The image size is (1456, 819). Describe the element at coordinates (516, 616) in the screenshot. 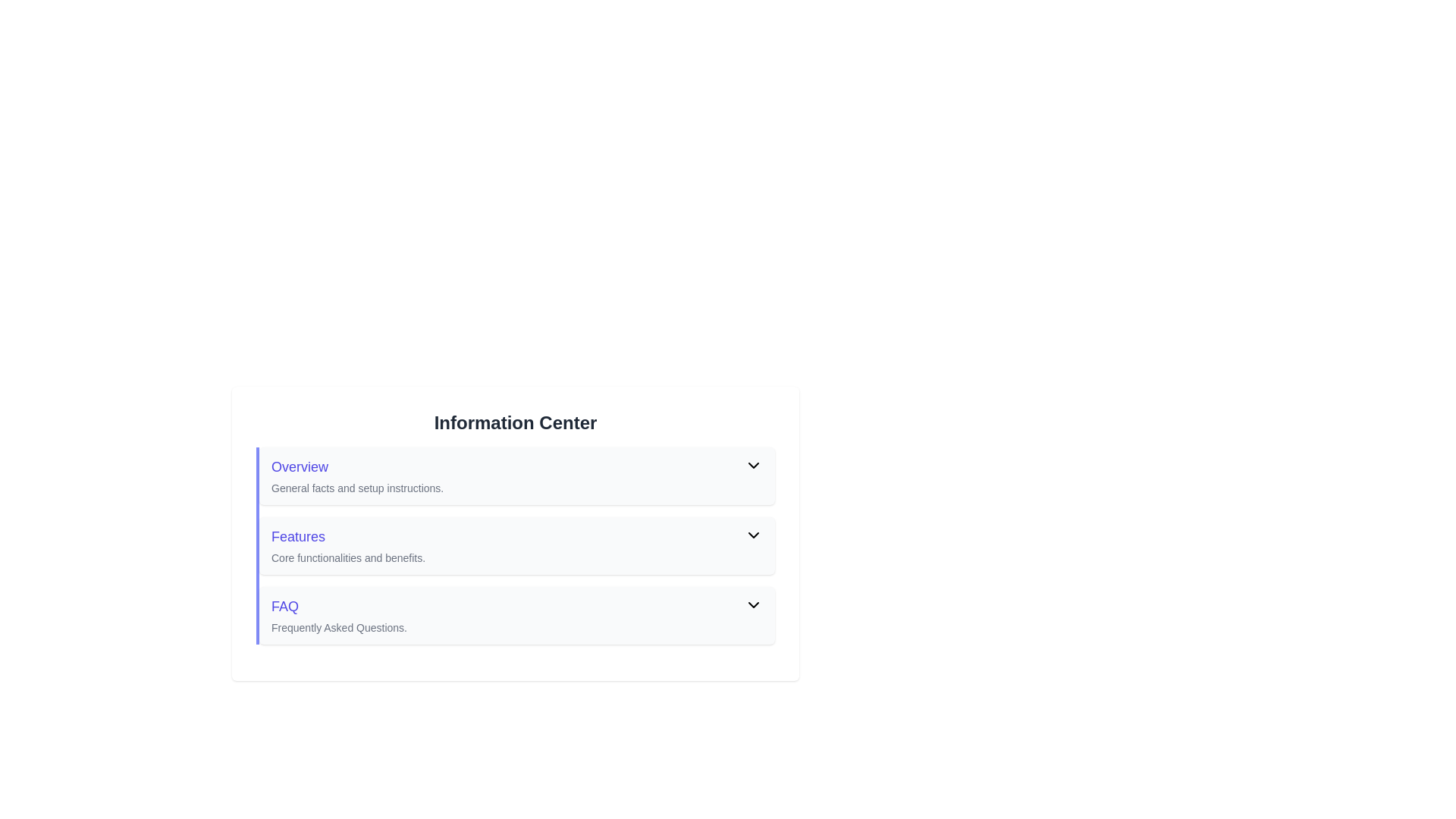

I see `the 'Frequently Asked Questions' expandable list item to possibly view additional tooltips` at that location.